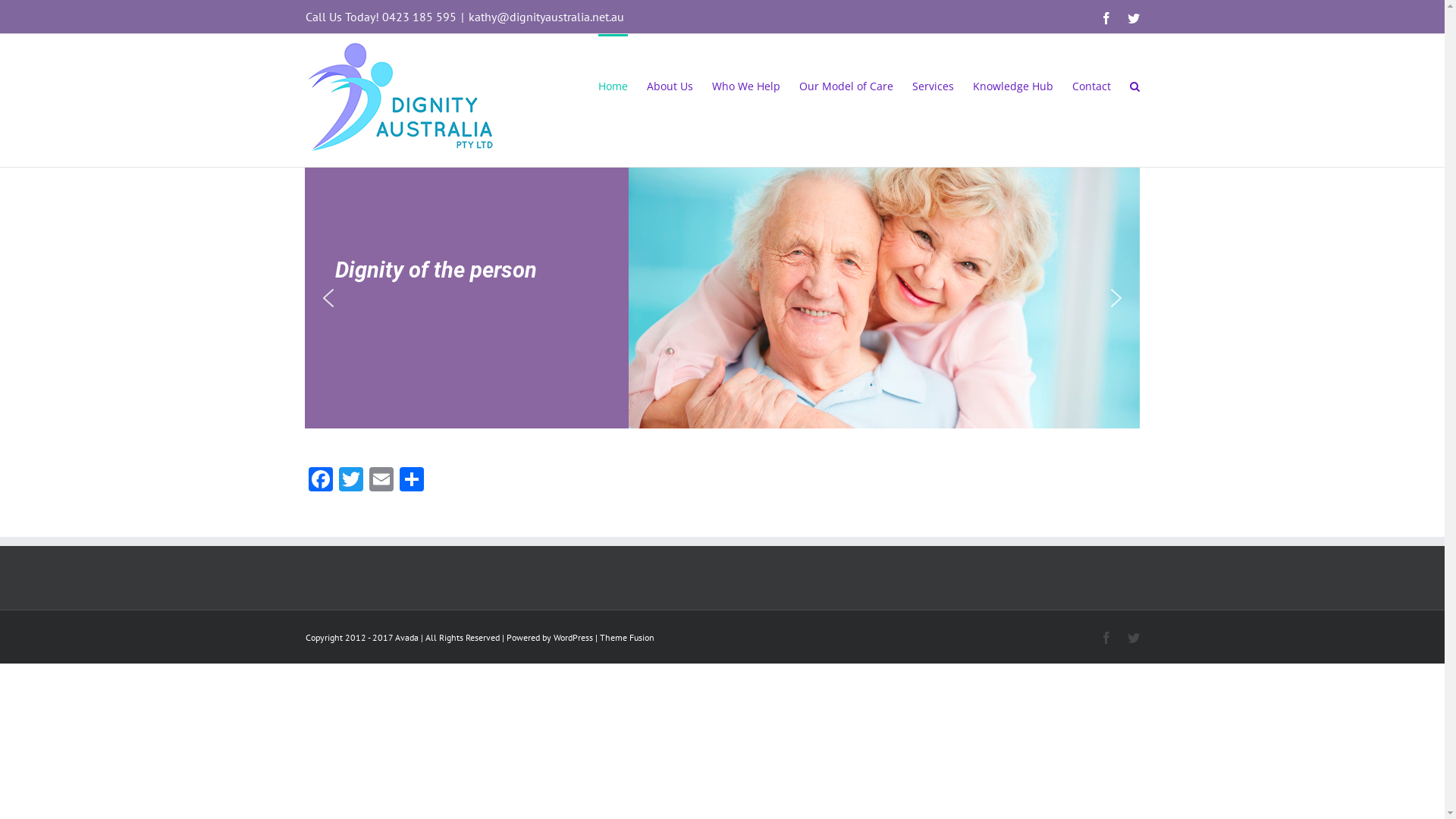 The height and width of the screenshot is (819, 1456). What do you see at coordinates (612, 85) in the screenshot?
I see `'Home'` at bounding box center [612, 85].